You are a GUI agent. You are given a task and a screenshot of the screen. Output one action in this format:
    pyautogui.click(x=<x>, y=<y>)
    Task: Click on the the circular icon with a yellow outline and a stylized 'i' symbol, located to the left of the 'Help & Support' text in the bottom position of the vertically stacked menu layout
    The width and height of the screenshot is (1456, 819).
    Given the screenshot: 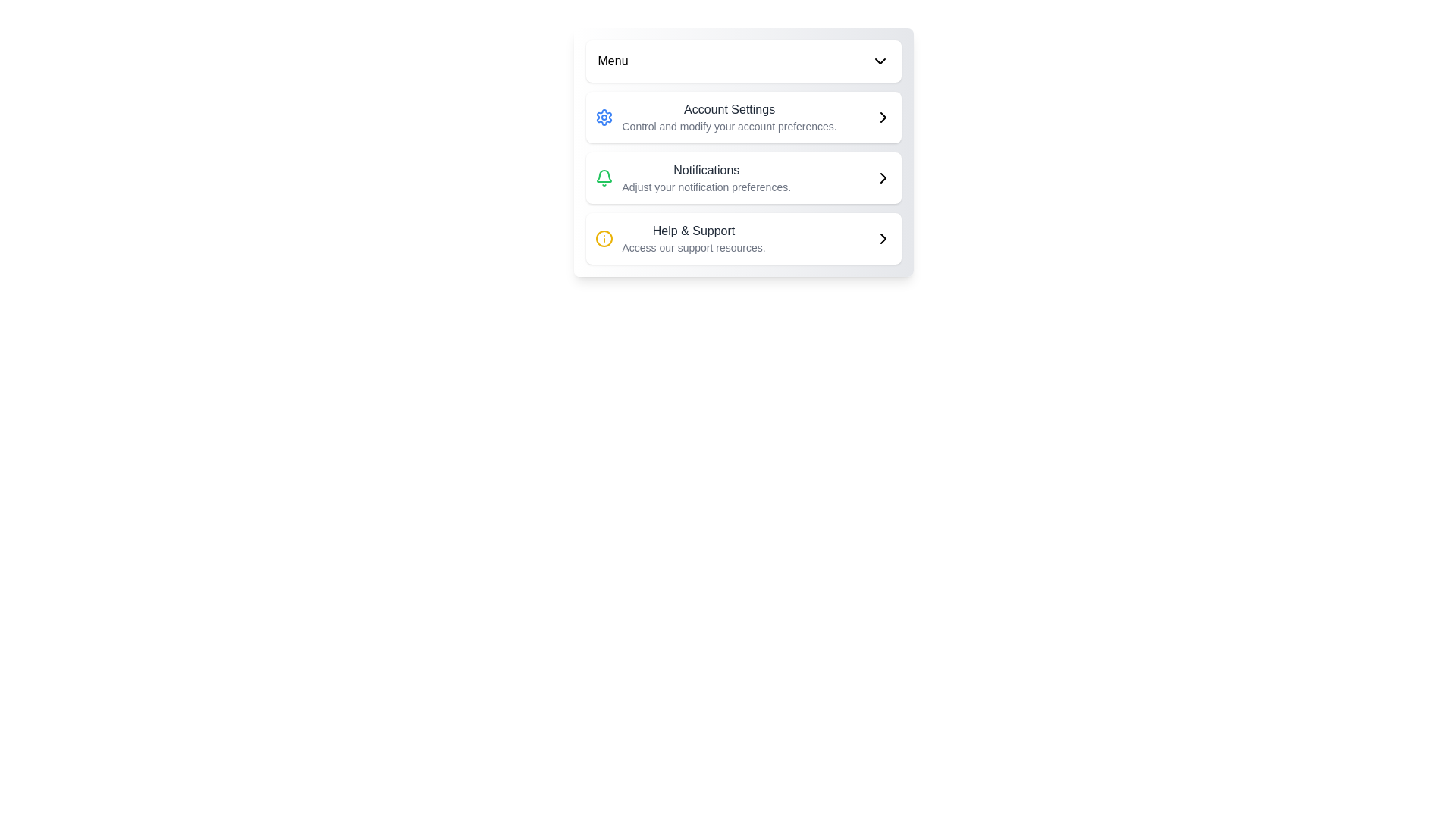 What is the action you would take?
    pyautogui.click(x=603, y=239)
    